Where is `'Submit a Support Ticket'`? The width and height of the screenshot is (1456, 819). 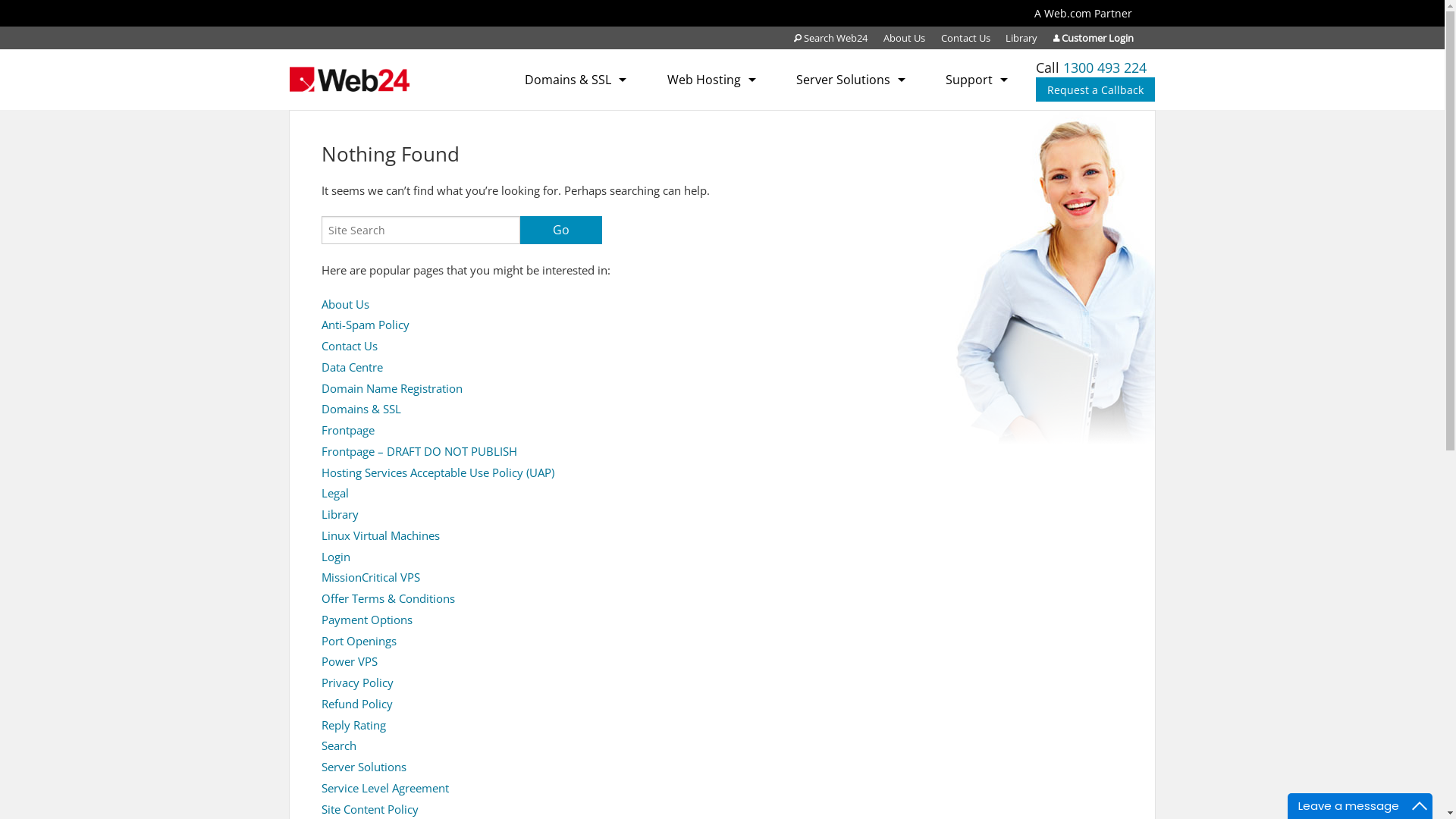 'Submit a Support Ticket' is located at coordinates (924, 125).